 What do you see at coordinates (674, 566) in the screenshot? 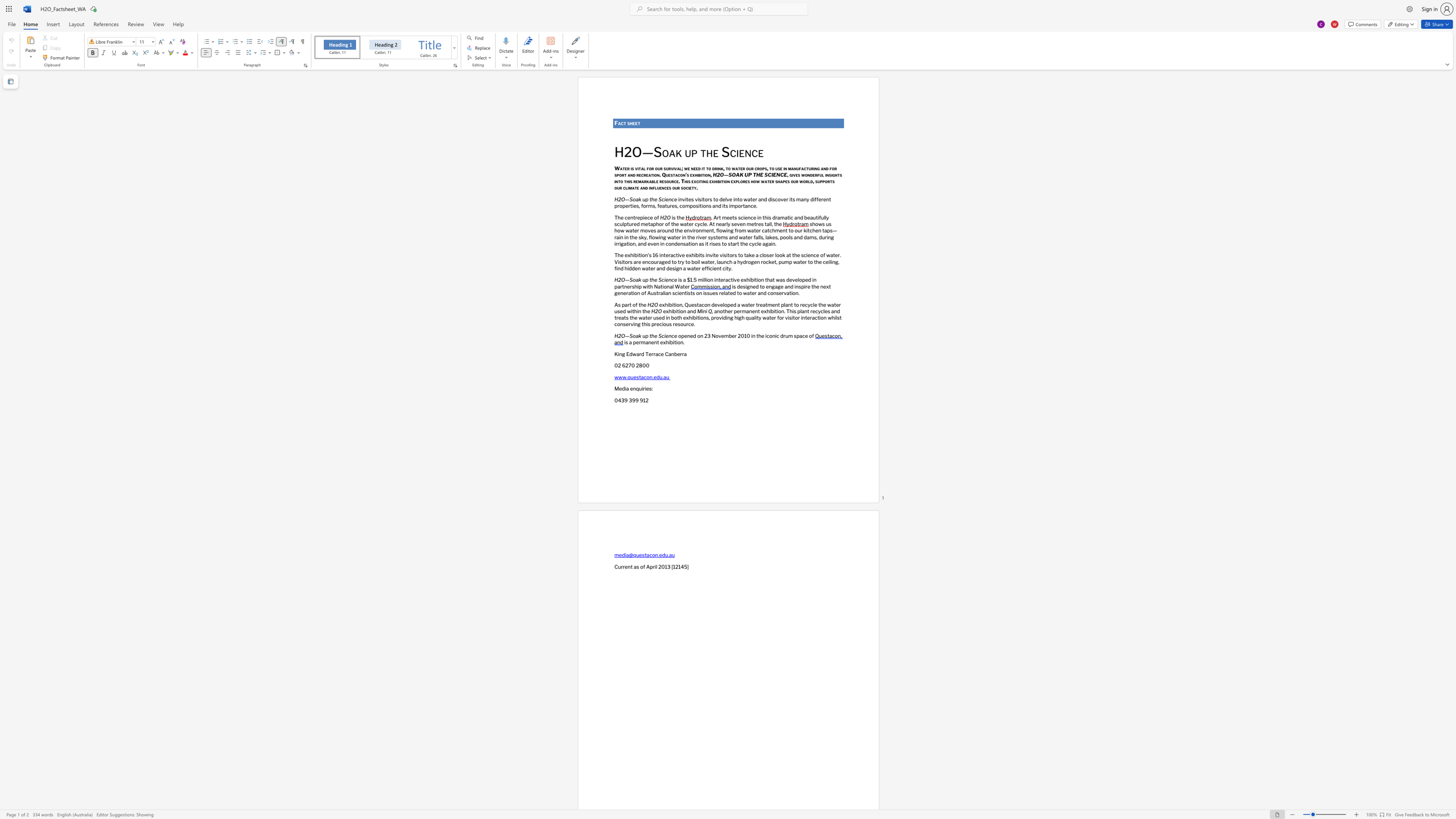
I see `the subset text "214" within the text "Current as of April 2013 [12145]"` at bounding box center [674, 566].